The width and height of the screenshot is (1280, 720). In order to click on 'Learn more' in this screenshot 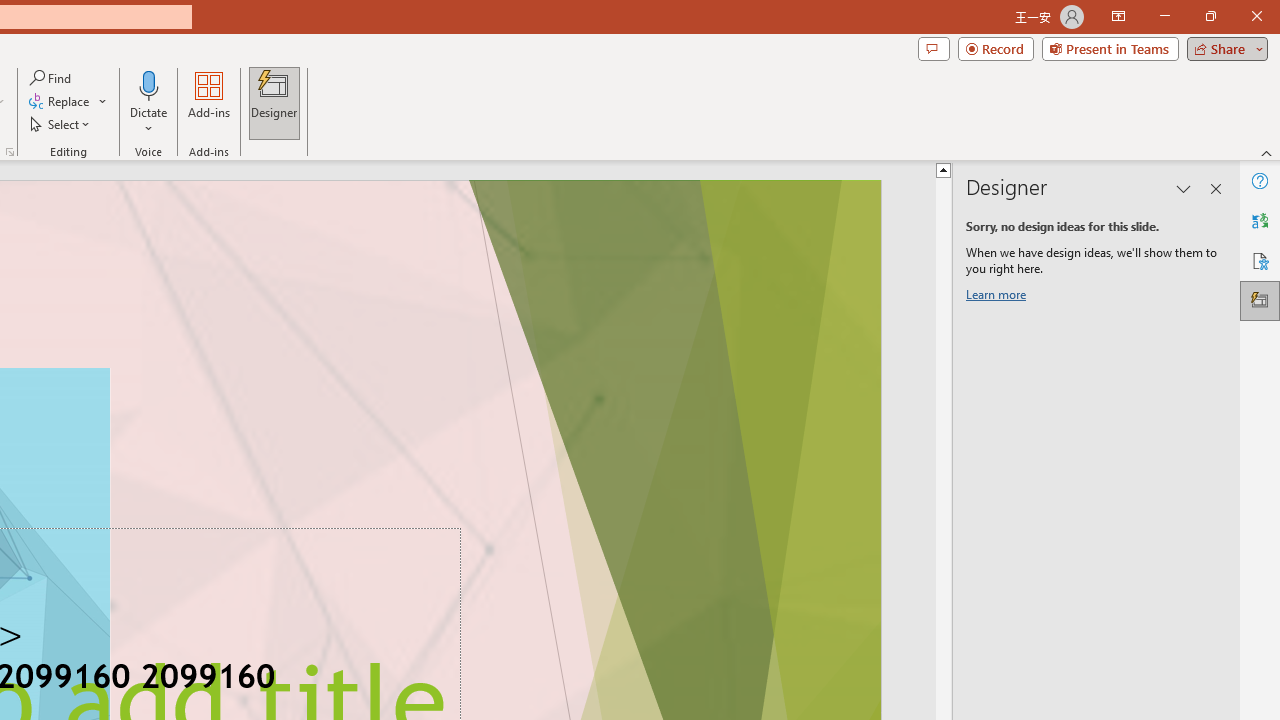, I will do `click(999, 298)`.